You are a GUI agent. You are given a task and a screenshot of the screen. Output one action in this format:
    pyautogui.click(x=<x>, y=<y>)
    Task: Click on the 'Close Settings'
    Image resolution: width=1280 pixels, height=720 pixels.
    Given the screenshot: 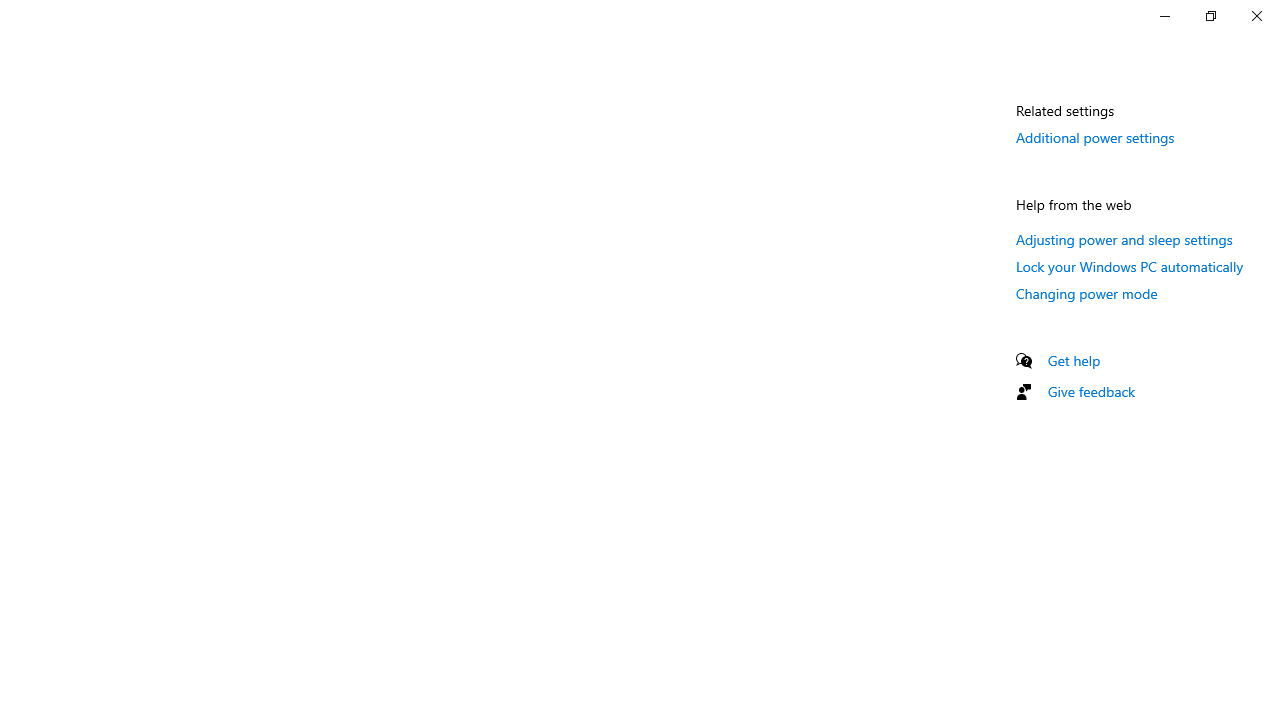 What is the action you would take?
    pyautogui.click(x=1255, y=15)
    